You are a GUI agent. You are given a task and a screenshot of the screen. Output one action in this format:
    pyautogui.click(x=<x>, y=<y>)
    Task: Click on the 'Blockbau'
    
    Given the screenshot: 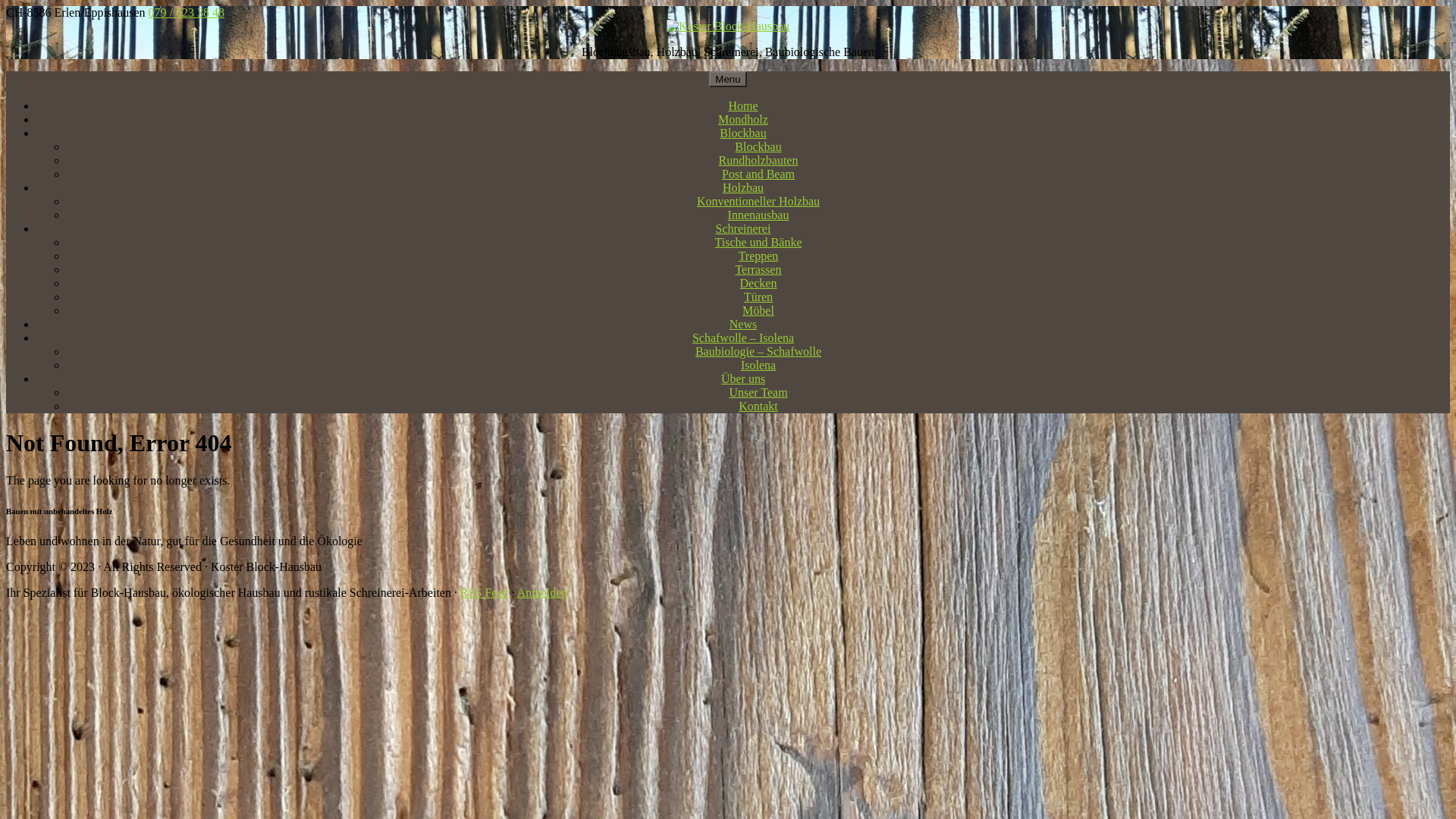 What is the action you would take?
    pyautogui.click(x=758, y=146)
    